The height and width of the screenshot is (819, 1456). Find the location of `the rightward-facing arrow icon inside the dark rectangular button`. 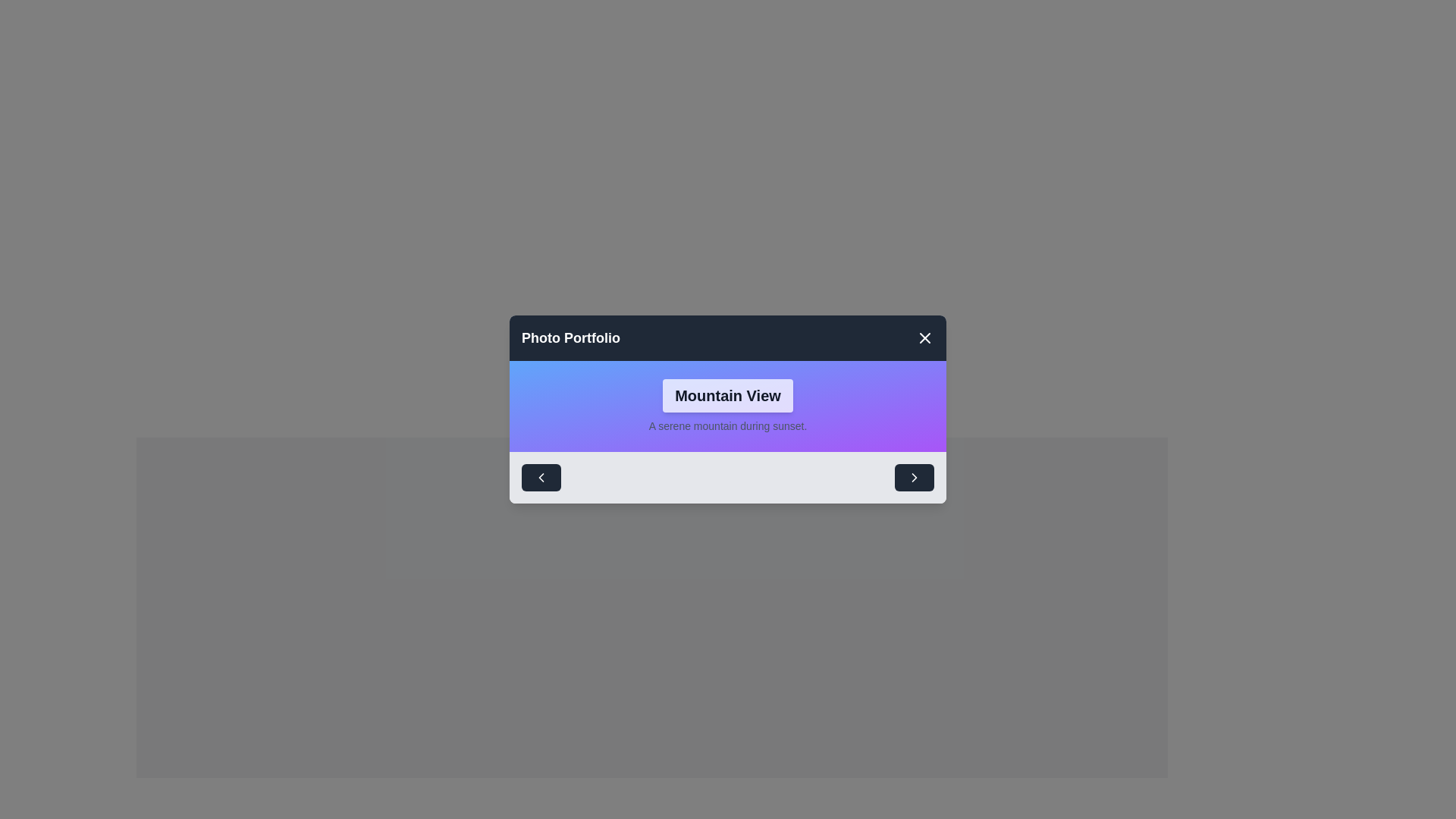

the rightward-facing arrow icon inside the dark rectangular button is located at coordinates (913, 476).